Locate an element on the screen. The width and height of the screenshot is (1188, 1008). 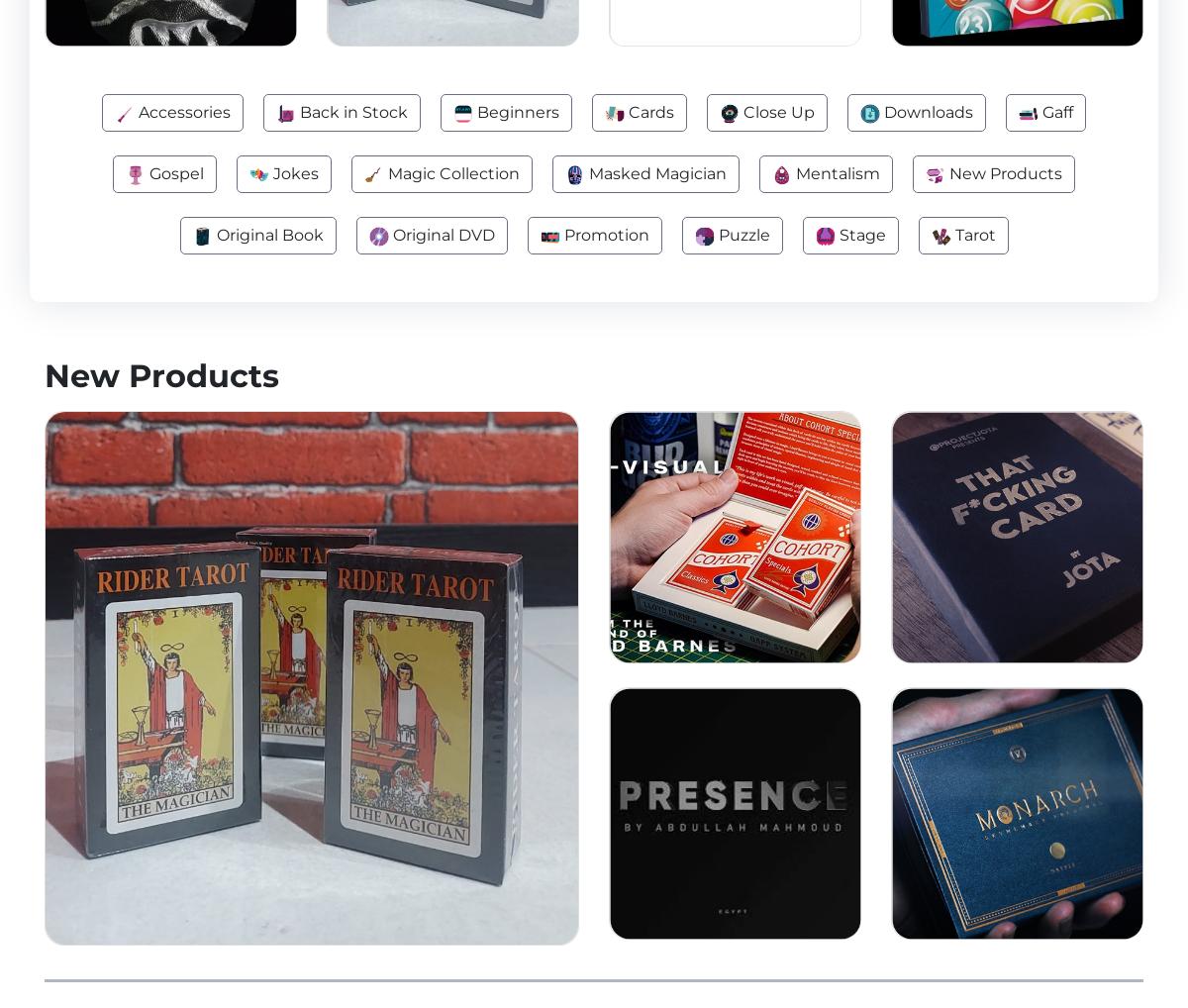
'Mentalism' is located at coordinates (791, 173).